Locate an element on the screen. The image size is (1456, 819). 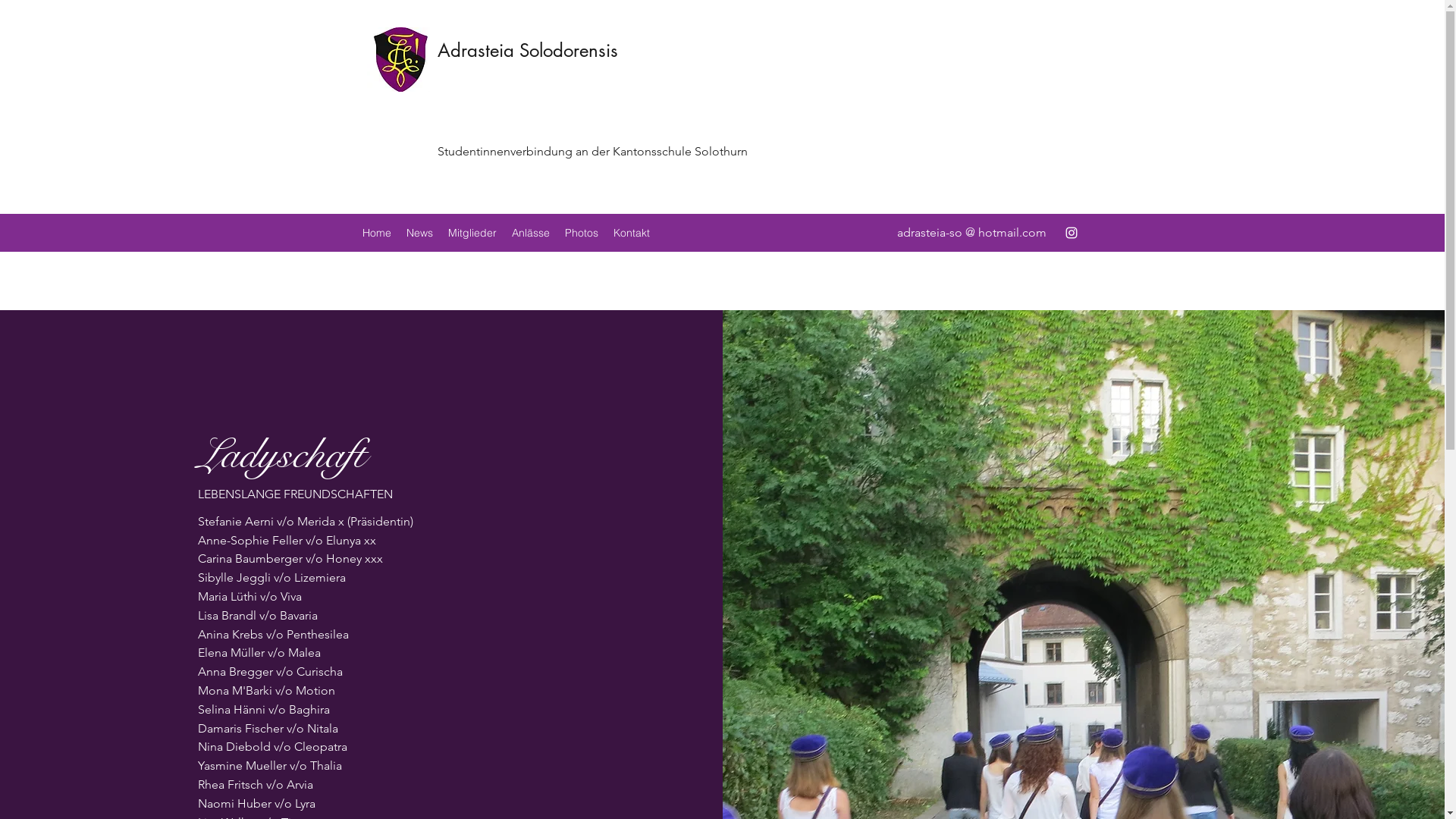
'Photos' is located at coordinates (580, 233).